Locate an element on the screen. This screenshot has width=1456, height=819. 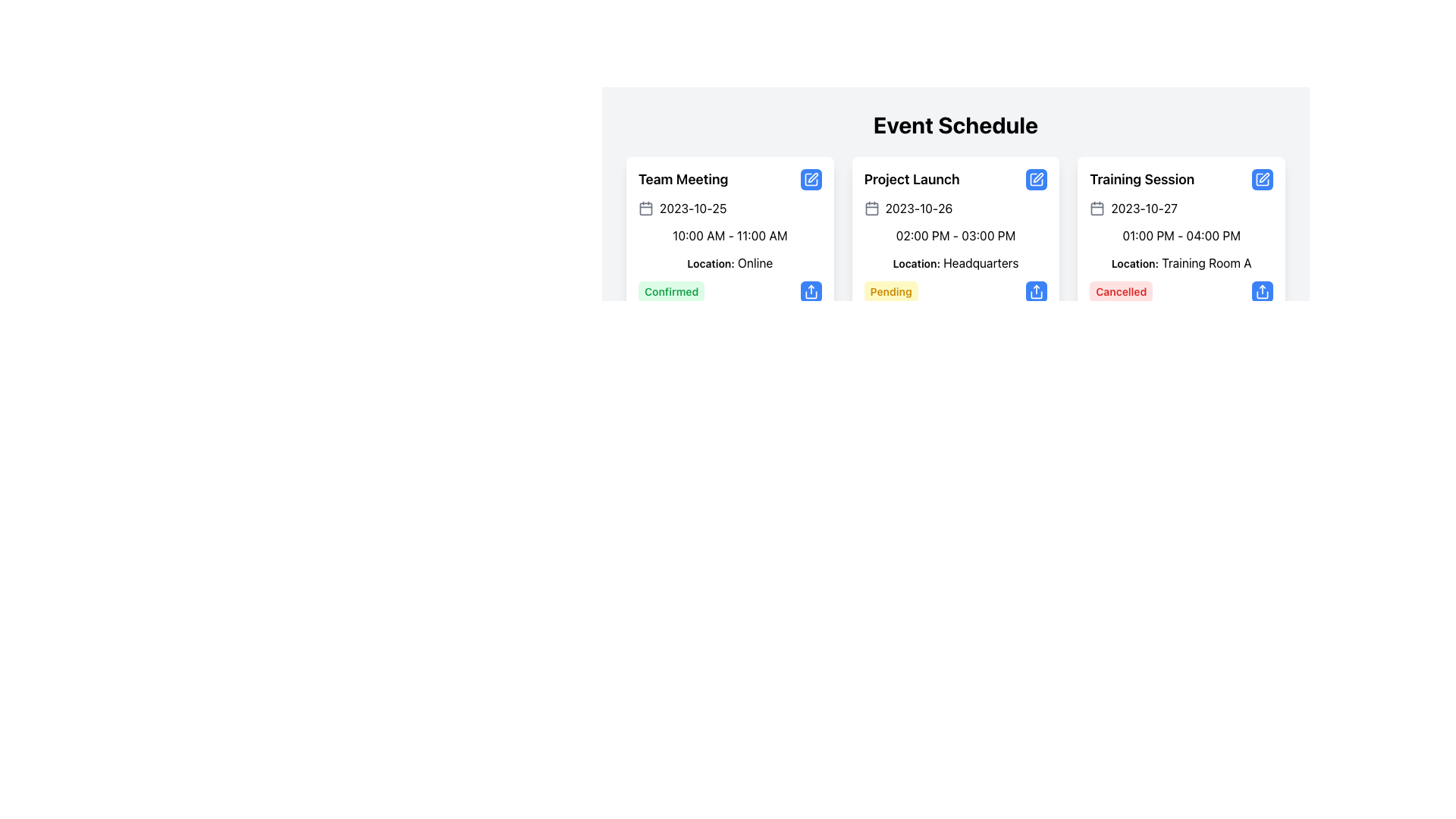
the edit icon located in the top-right corner of the 'Team Meeting' event card is located at coordinates (810, 178).